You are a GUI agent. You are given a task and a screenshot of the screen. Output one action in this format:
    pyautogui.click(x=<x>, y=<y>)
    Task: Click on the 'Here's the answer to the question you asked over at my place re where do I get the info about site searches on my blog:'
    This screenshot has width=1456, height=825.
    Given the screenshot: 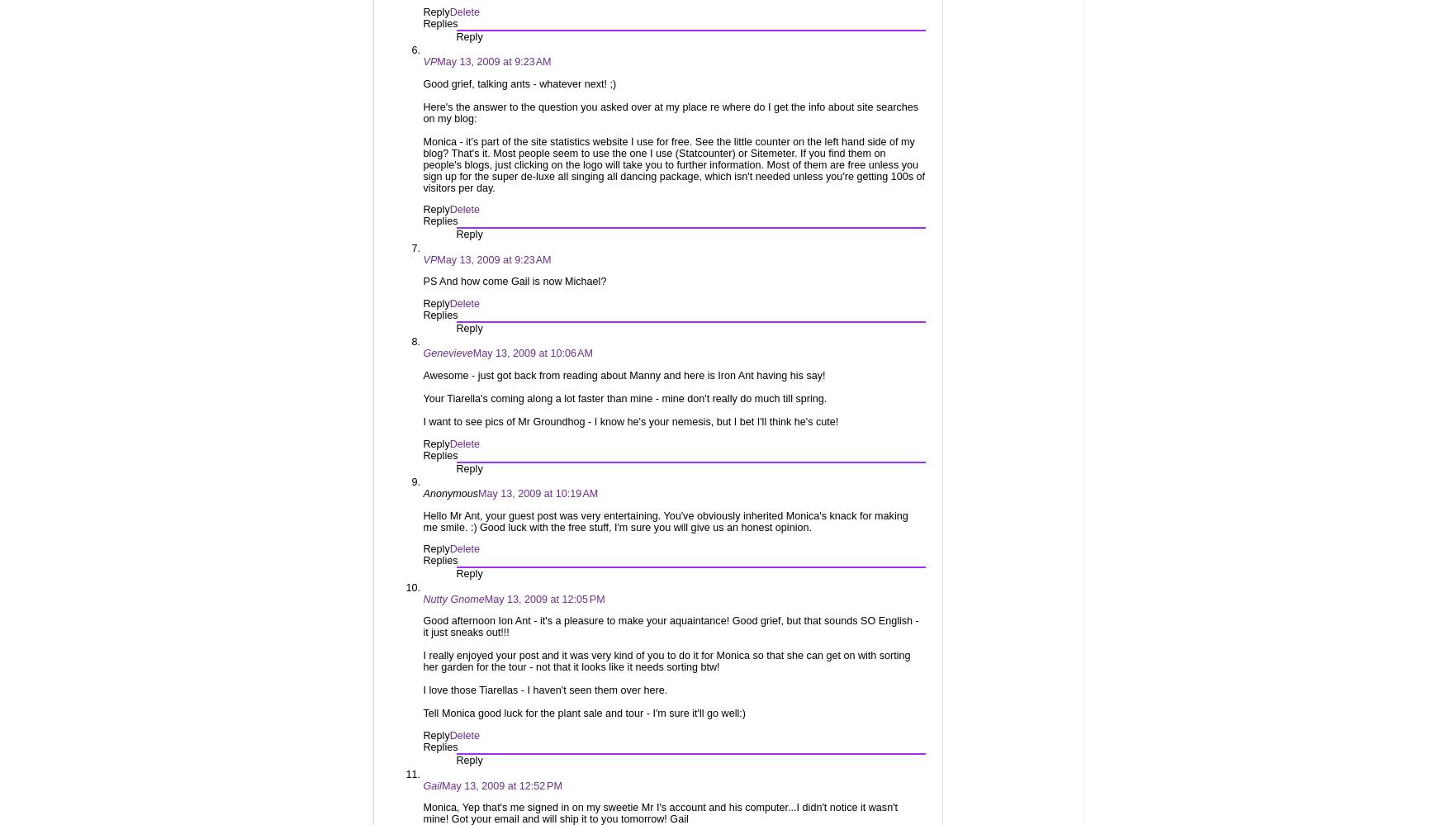 What is the action you would take?
    pyautogui.click(x=671, y=111)
    